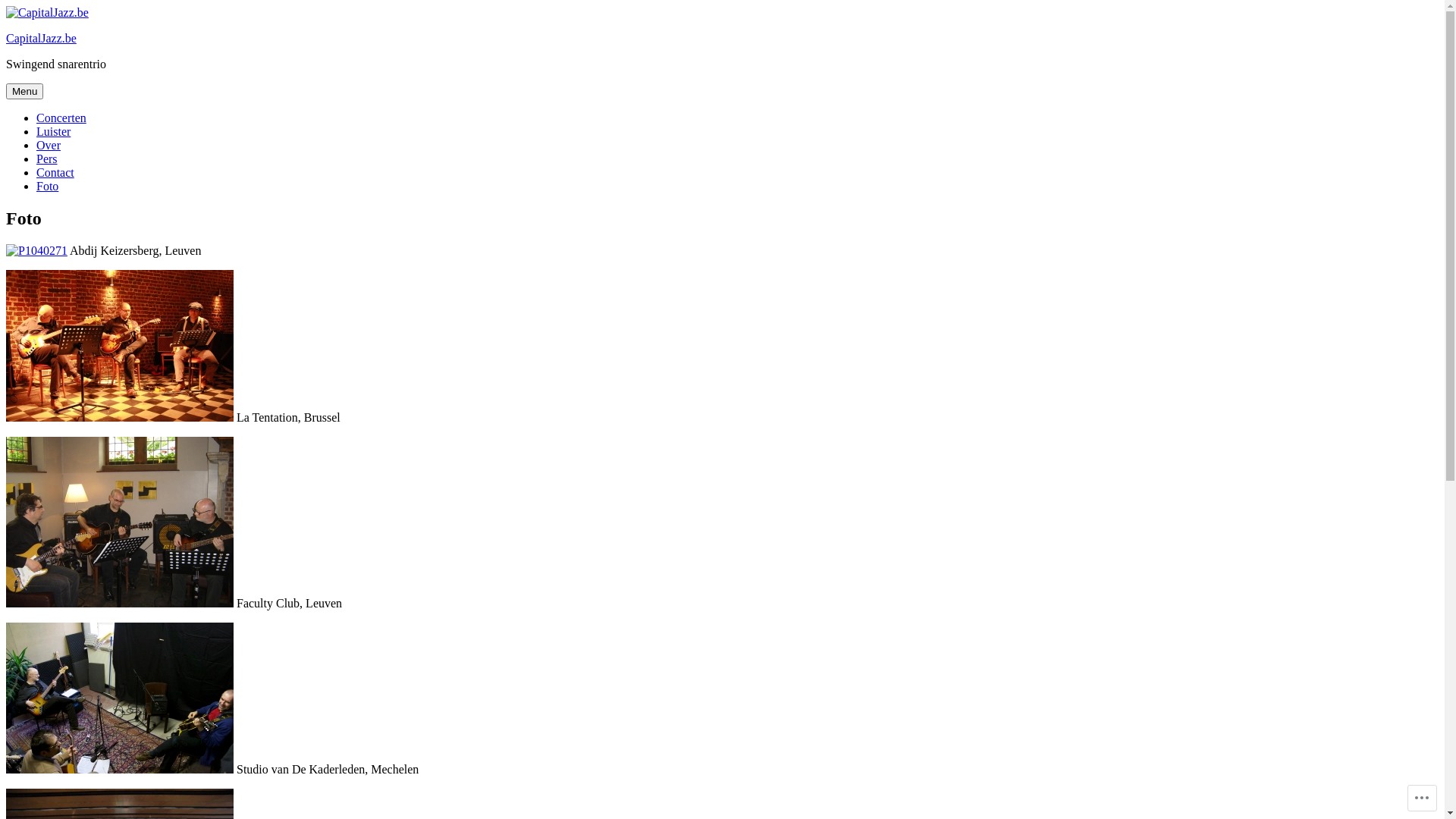 This screenshot has height=819, width=1456. What do you see at coordinates (47, 158) in the screenshot?
I see `'Pers'` at bounding box center [47, 158].